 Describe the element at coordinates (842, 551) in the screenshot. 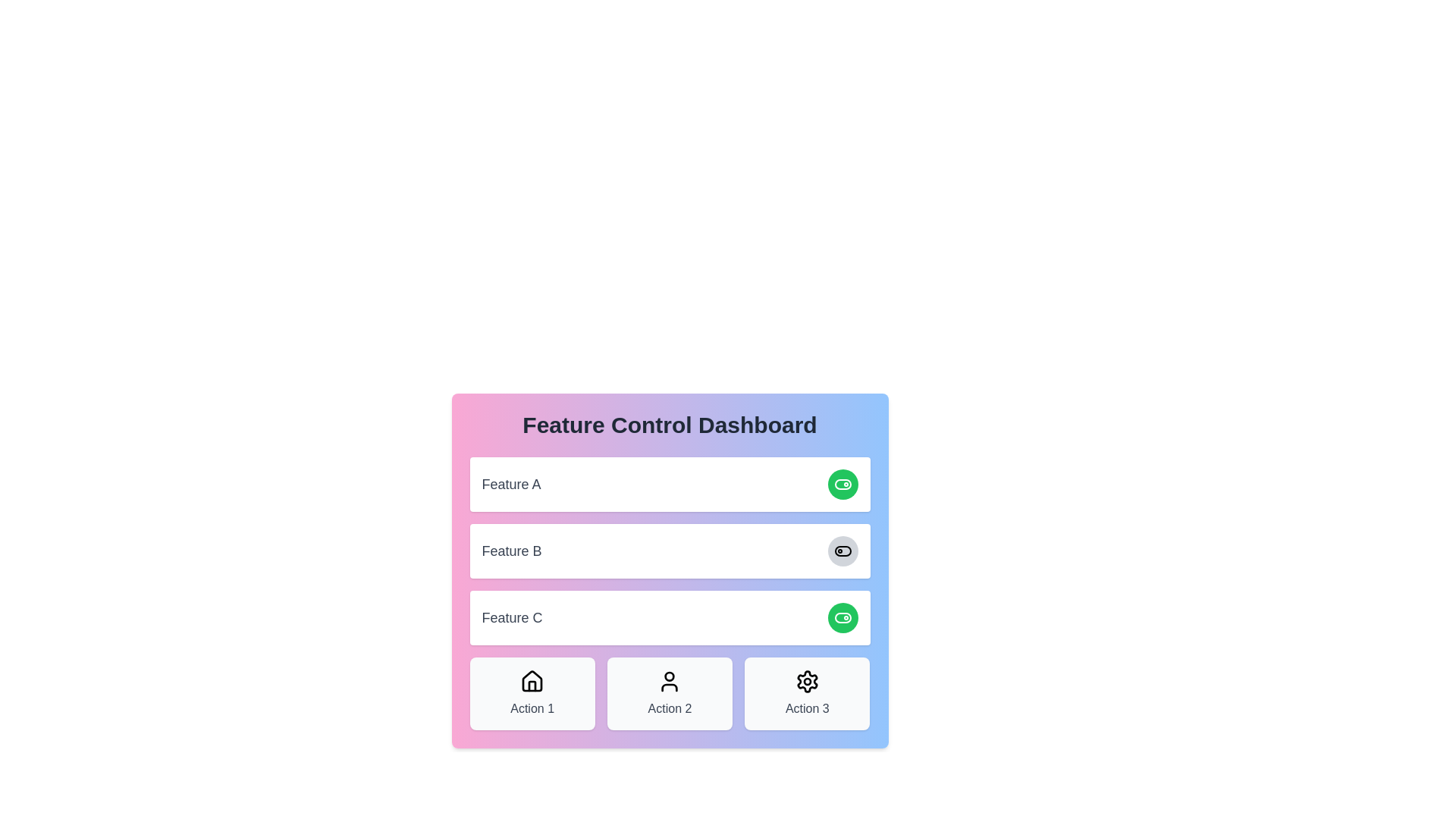

I see `the toggle button located in the second row of settings on the dashboard interface to change its state` at that location.